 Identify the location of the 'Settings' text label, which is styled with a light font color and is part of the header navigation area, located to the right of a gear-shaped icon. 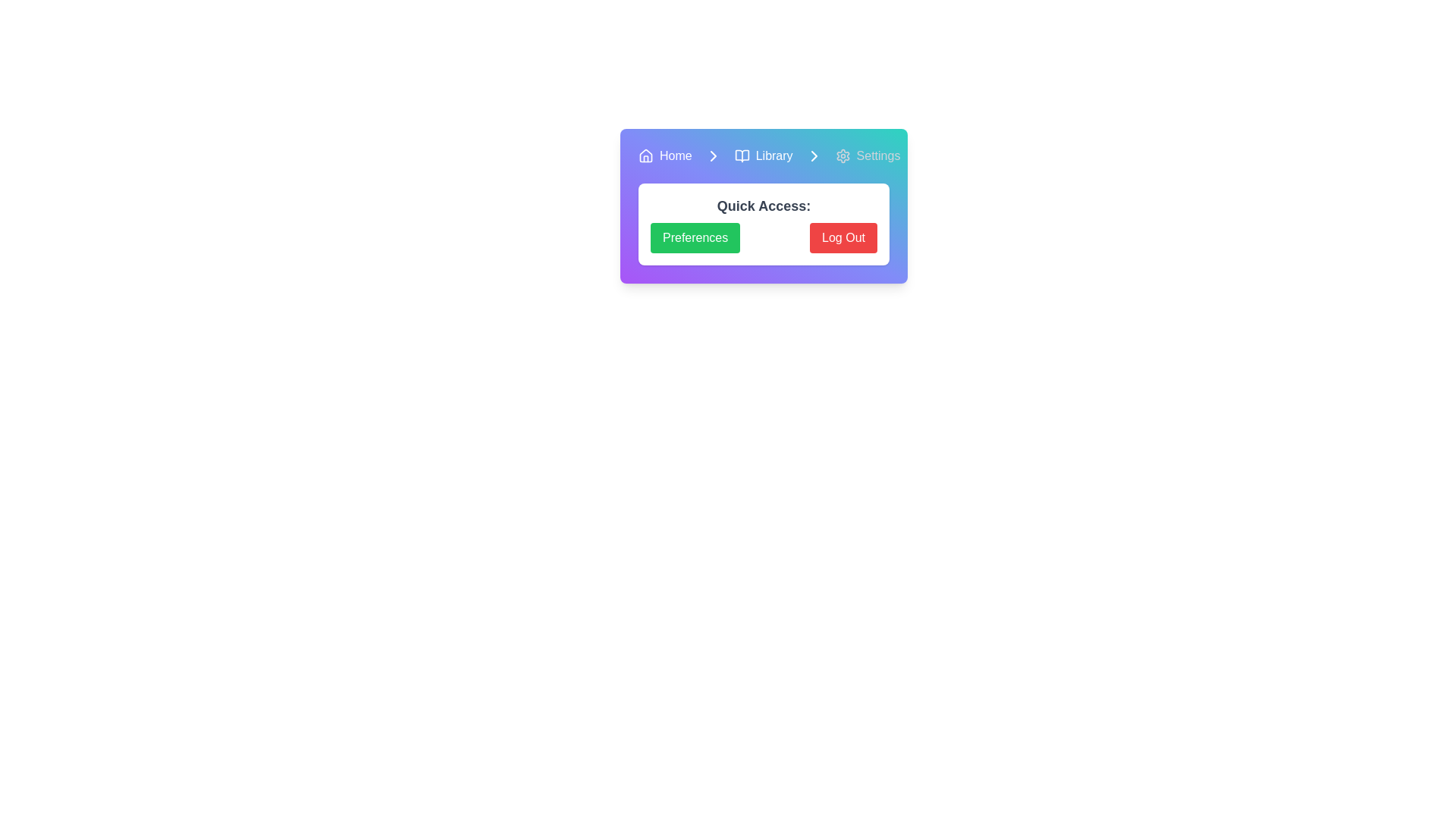
(878, 155).